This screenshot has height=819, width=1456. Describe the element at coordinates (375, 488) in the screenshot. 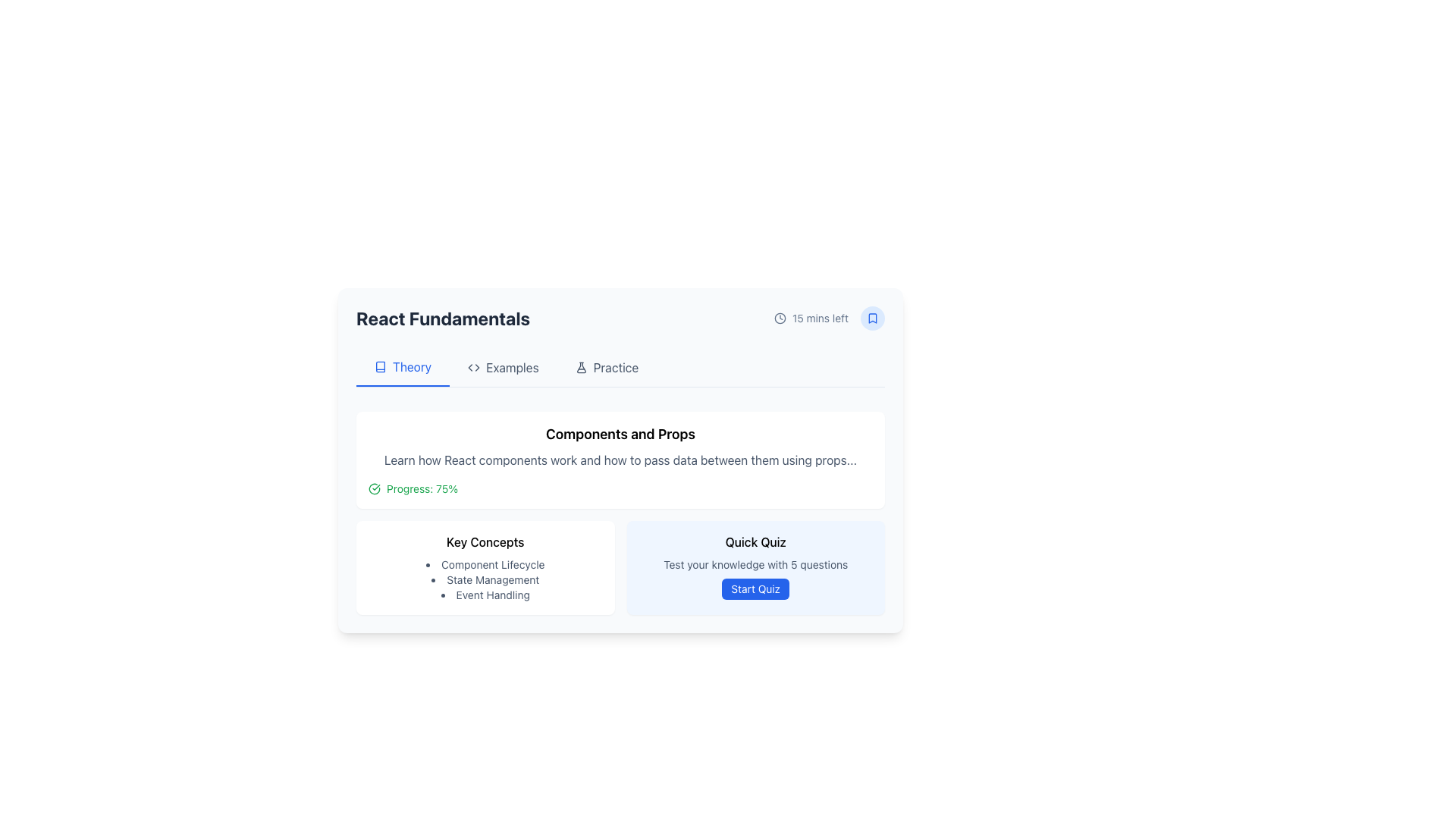

I see `the SVG icon styled as a circle with a checkmark inside, which visually represents a completed or successful status, located to the left of the text 'Progress: 75%' in the content card titled 'React Fundamentals'` at that location.